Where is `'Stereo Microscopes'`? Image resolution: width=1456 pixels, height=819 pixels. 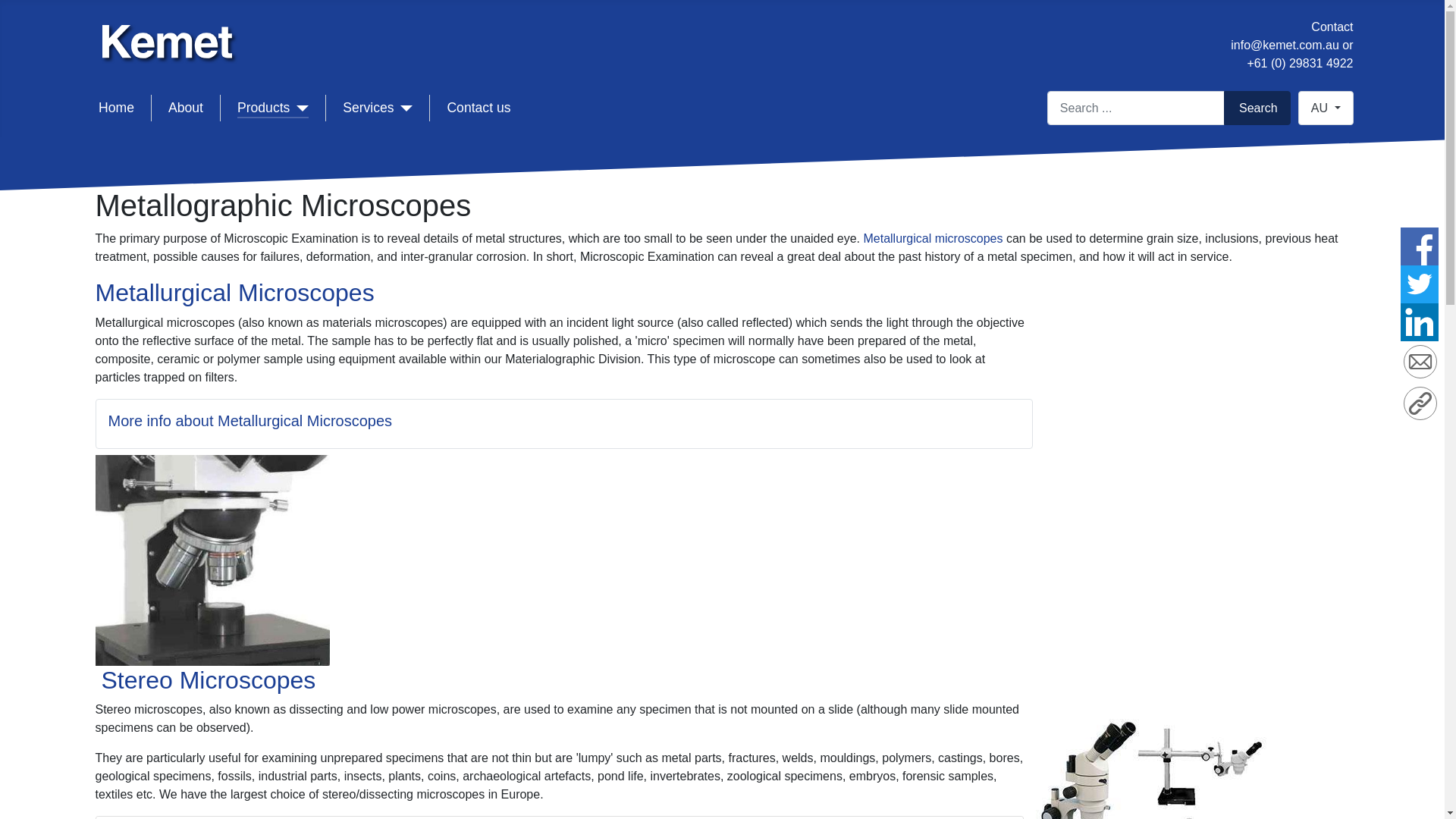 'Stereo Microscopes' is located at coordinates (101, 679).